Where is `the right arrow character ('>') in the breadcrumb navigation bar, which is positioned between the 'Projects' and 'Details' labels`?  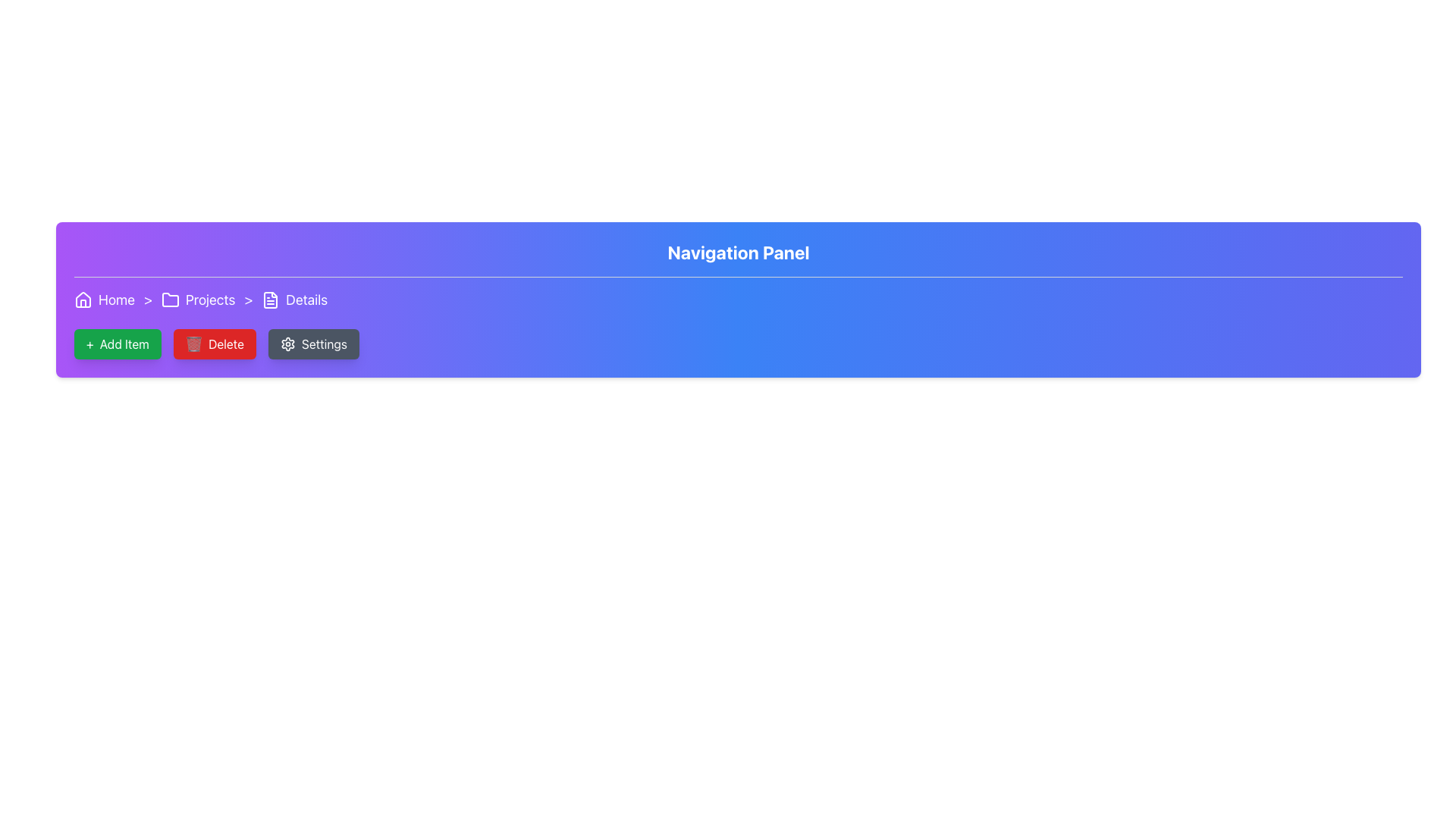 the right arrow character ('>') in the breadcrumb navigation bar, which is positioned between the 'Projects' and 'Details' labels is located at coordinates (248, 300).